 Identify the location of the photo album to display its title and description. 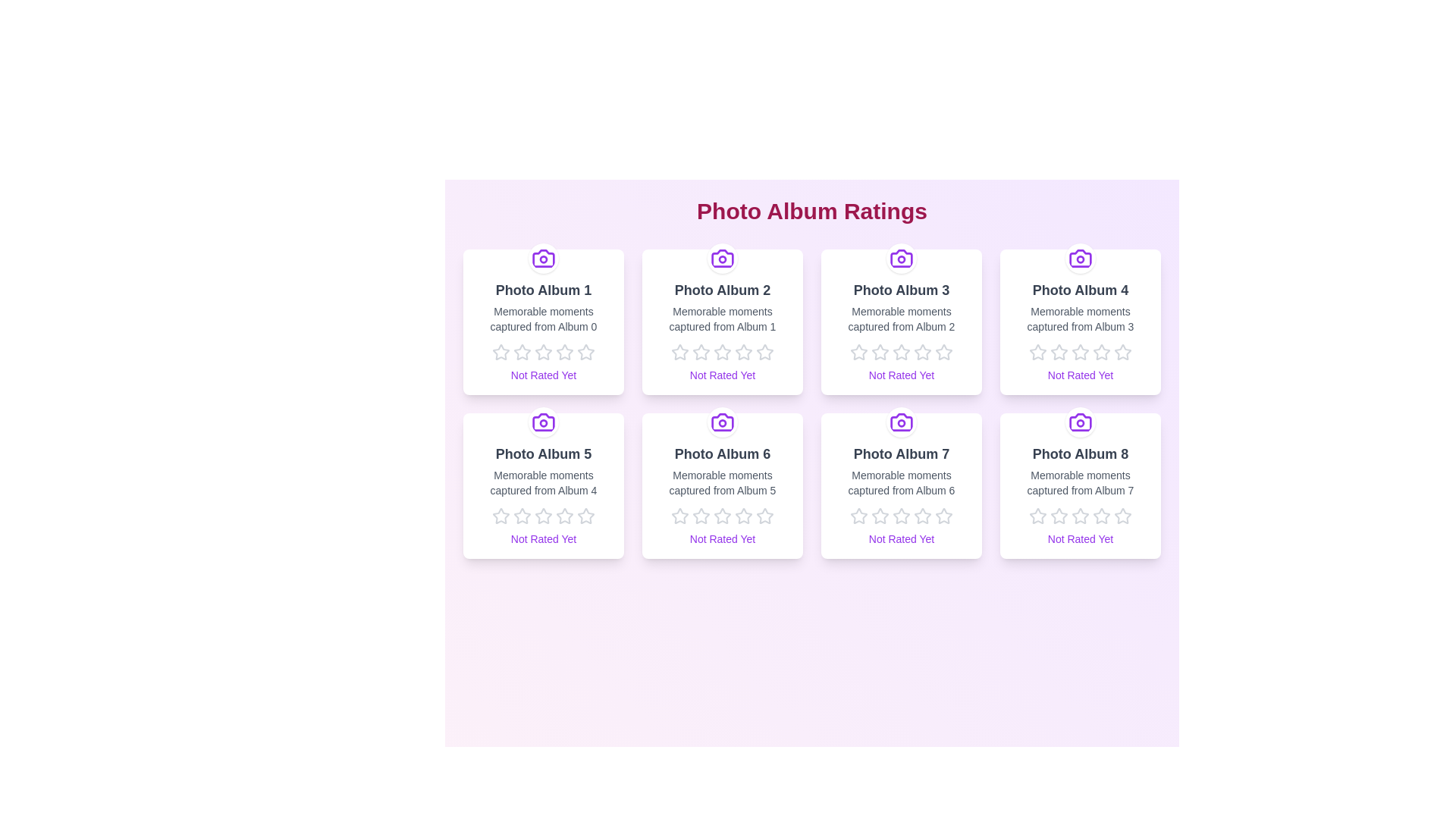
(543, 321).